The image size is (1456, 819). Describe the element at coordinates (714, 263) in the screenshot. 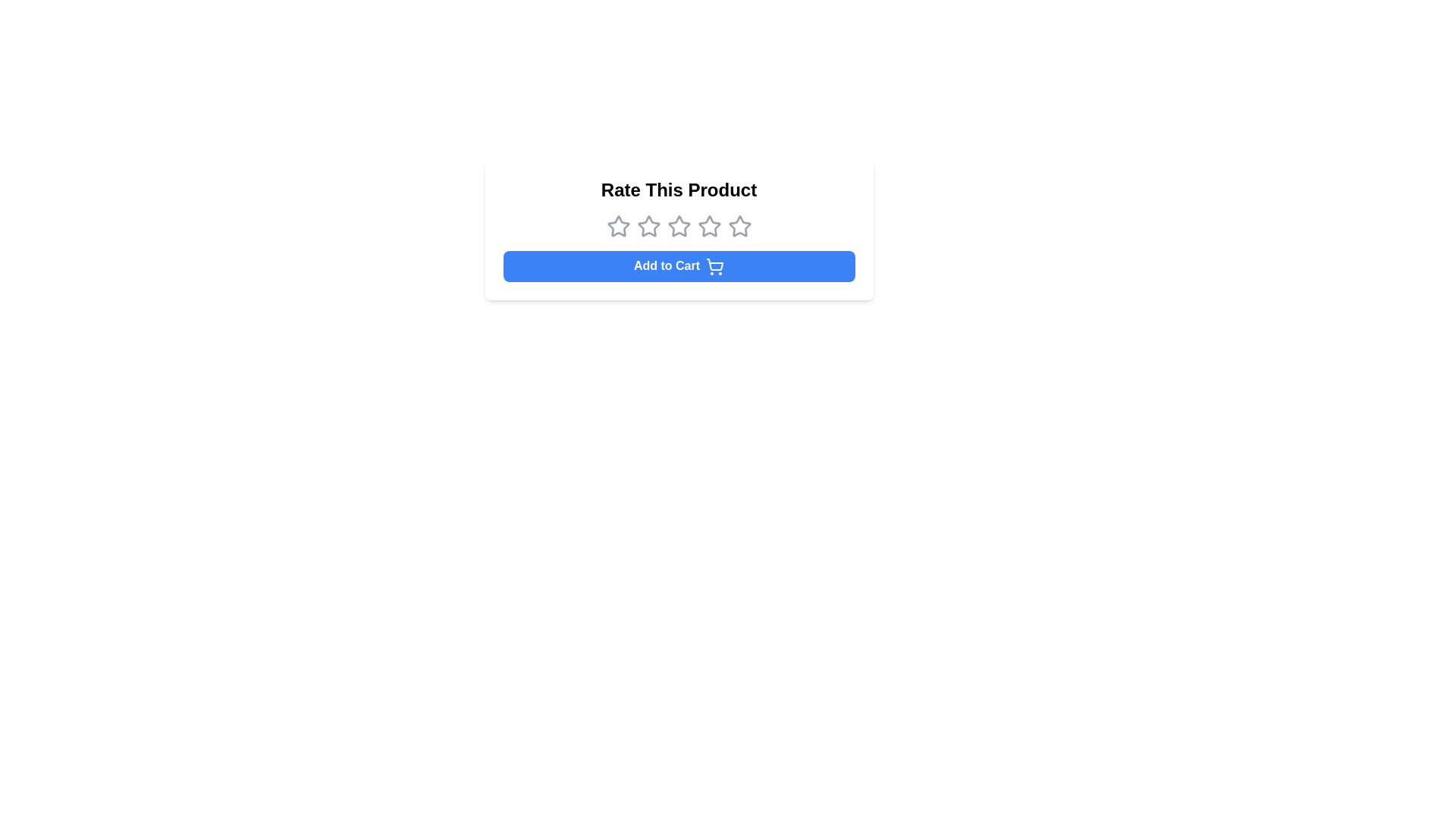

I see `the shopping cart icon located on the right side of the 'Add to Cart' button` at that location.